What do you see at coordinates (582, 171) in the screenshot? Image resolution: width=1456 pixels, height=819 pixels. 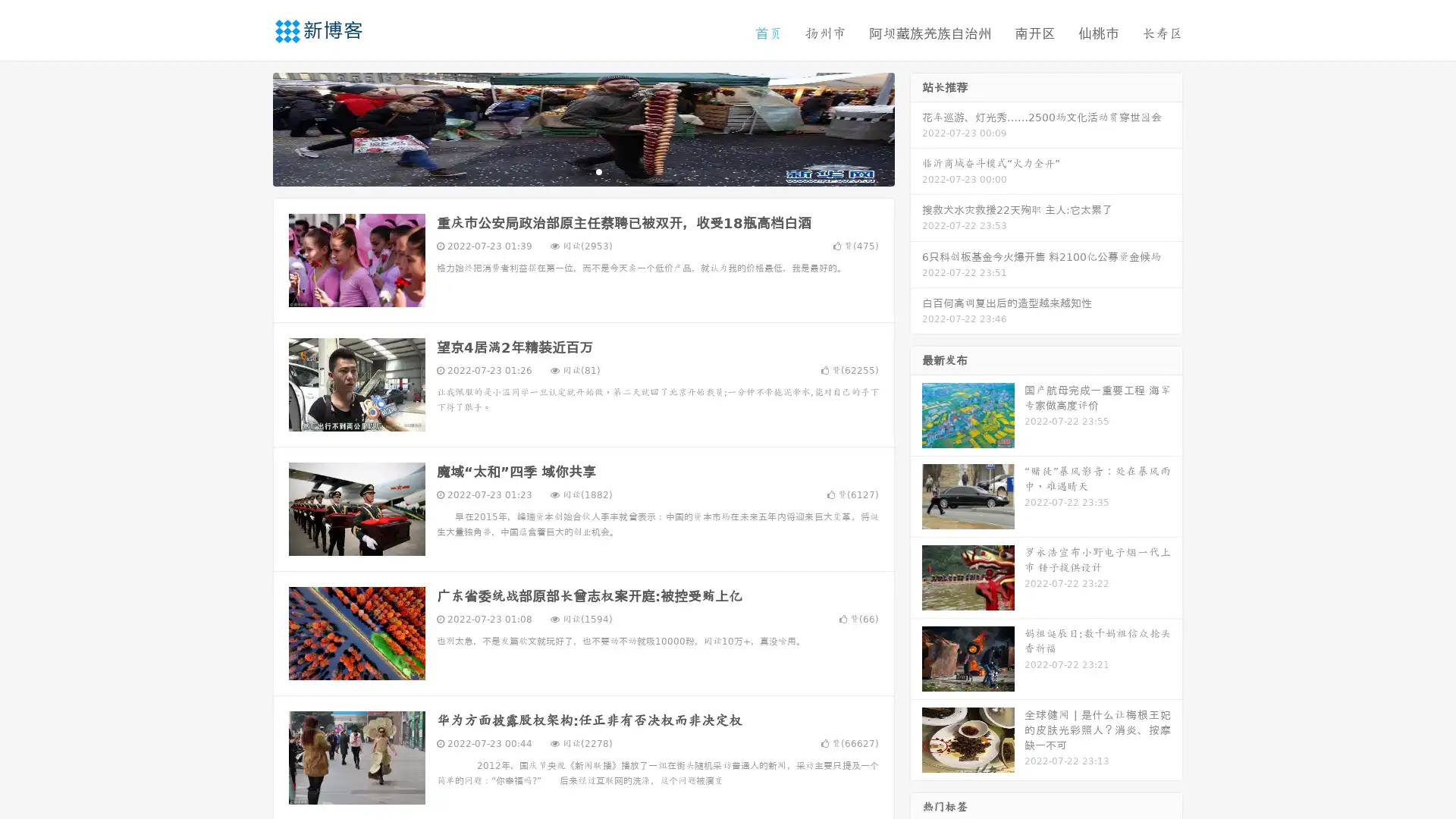 I see `Go to slide 2` at bounding box center [582, 171].